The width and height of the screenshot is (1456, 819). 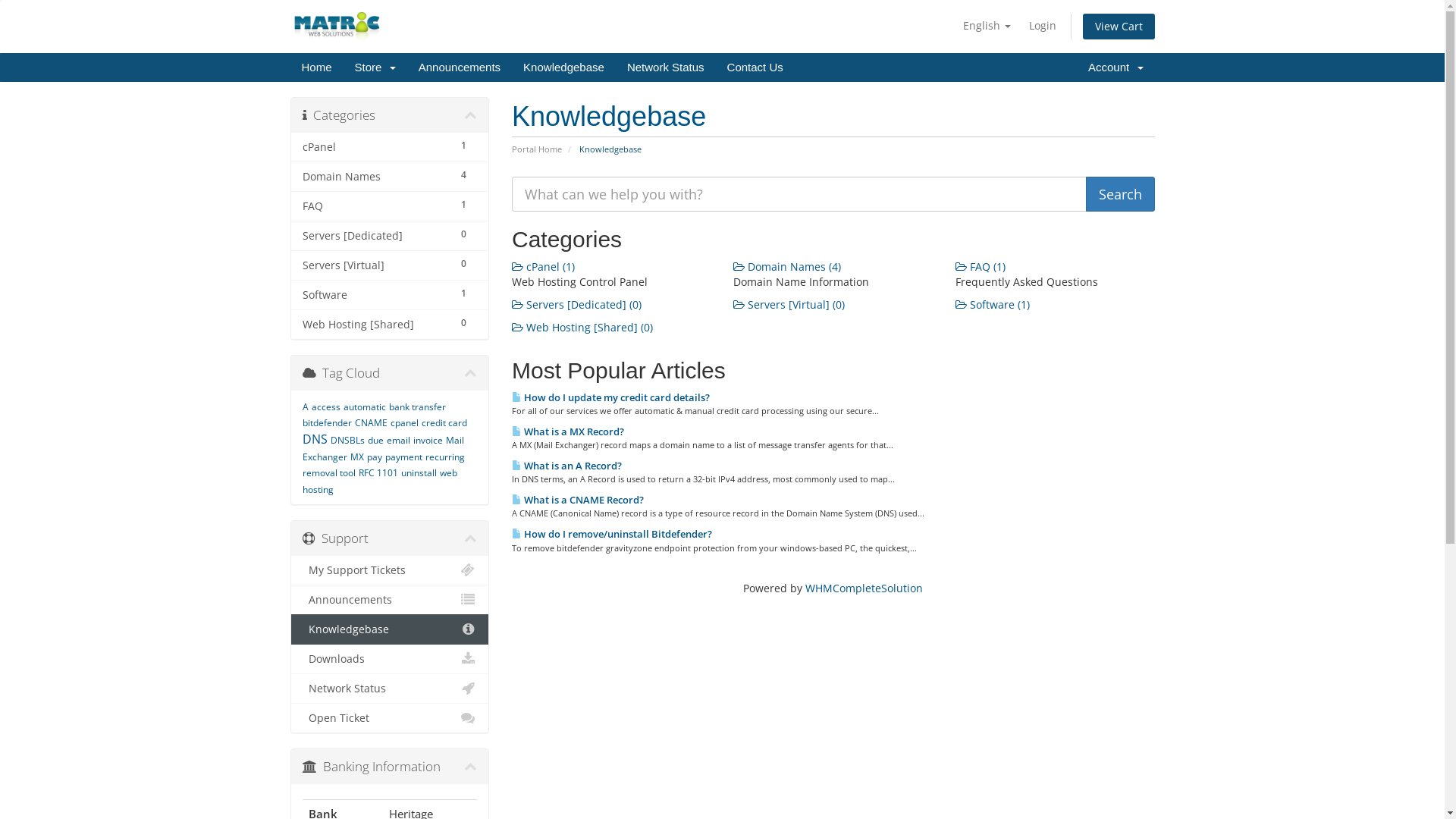 What do you see at coordinates (347, 440) in the screenshot?
I see `'DNSBLs'` at bounding box center [347, 440].